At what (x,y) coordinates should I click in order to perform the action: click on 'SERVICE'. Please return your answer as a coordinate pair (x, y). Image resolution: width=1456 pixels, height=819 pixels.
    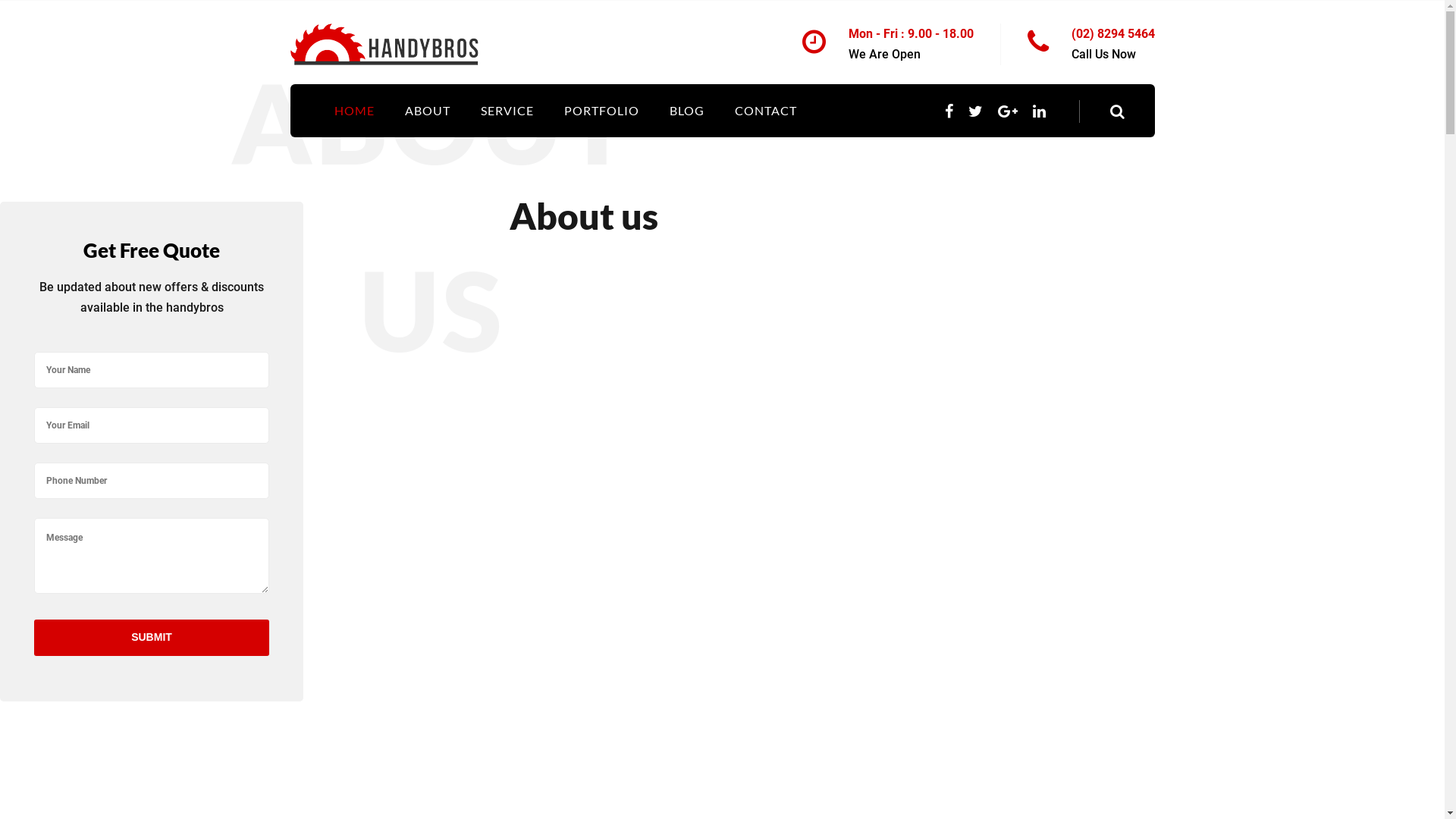
    Looking at the image, I should click on (507, 110).